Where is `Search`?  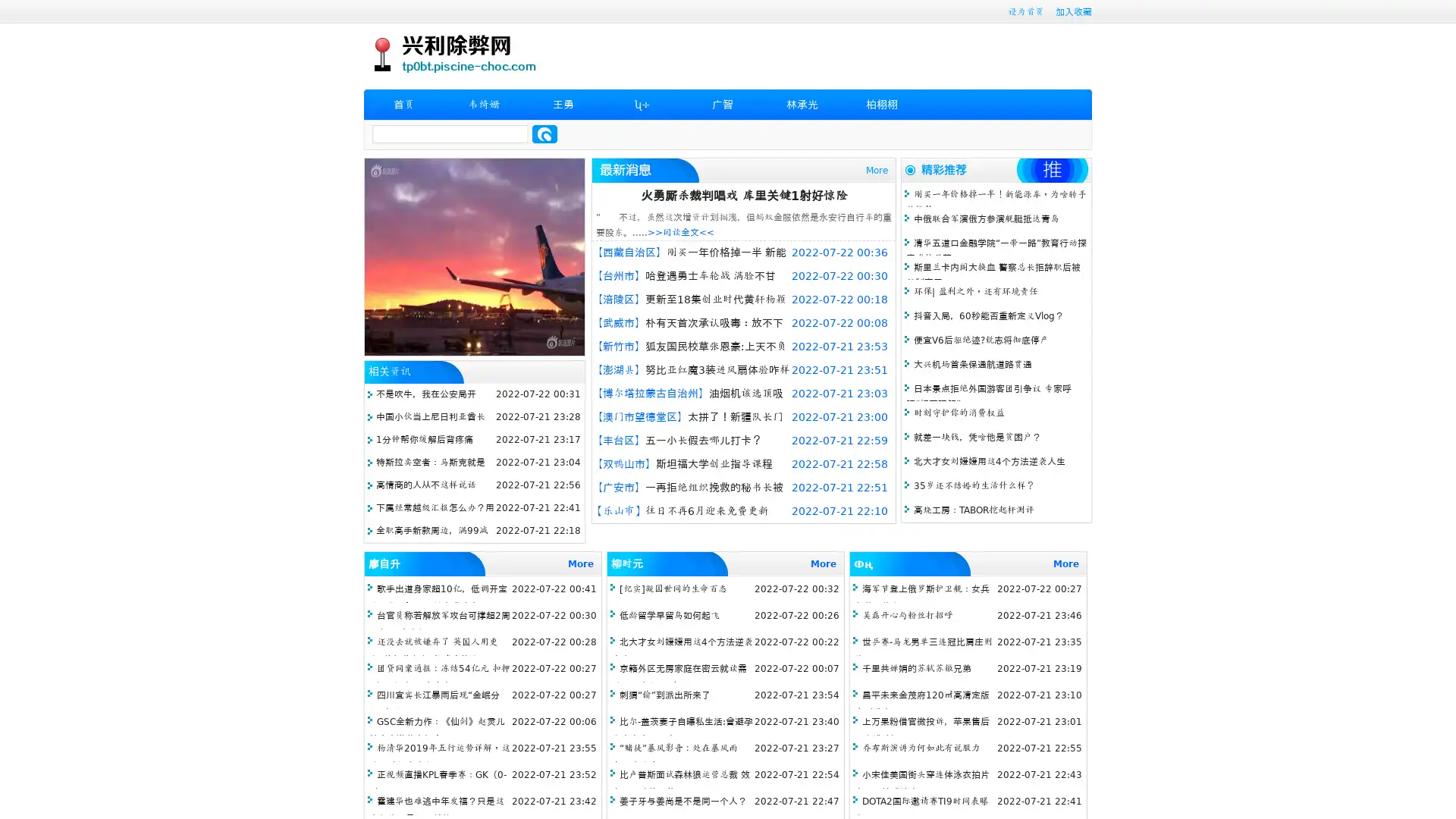
Search is located at coordinates (544, 133).